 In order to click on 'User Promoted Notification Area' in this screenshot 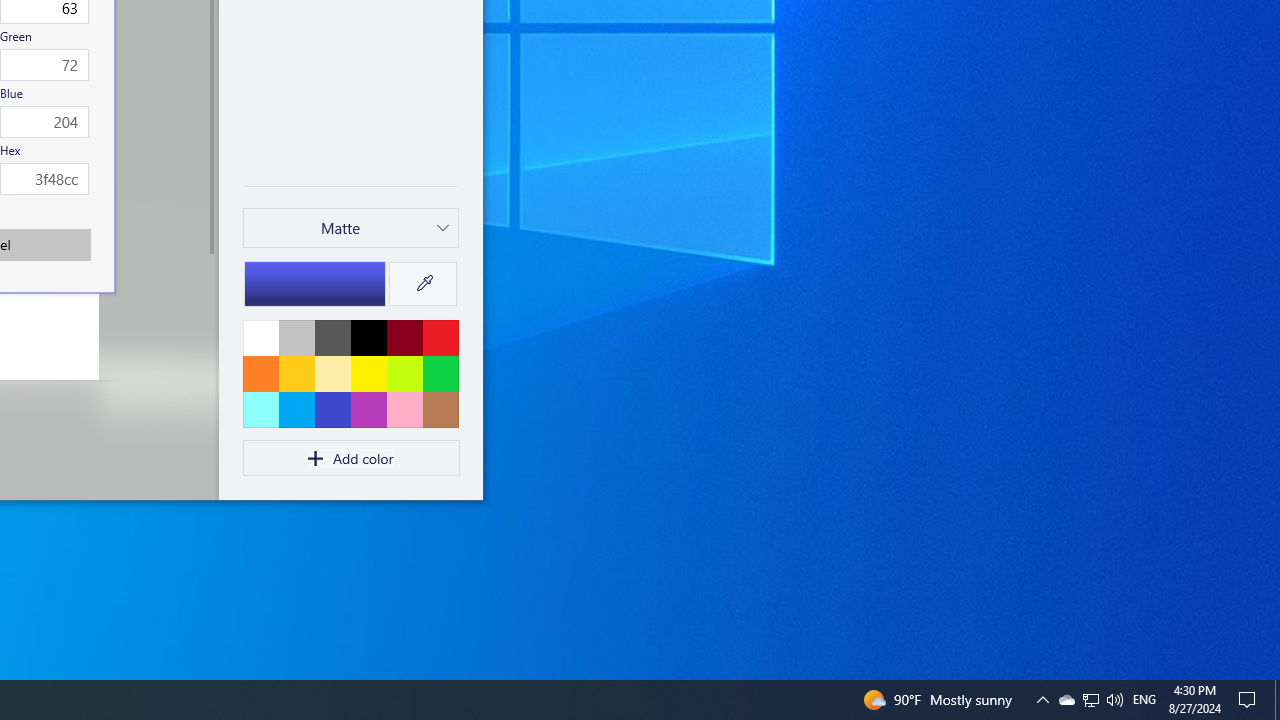, I will do `click(1089, 698)`.